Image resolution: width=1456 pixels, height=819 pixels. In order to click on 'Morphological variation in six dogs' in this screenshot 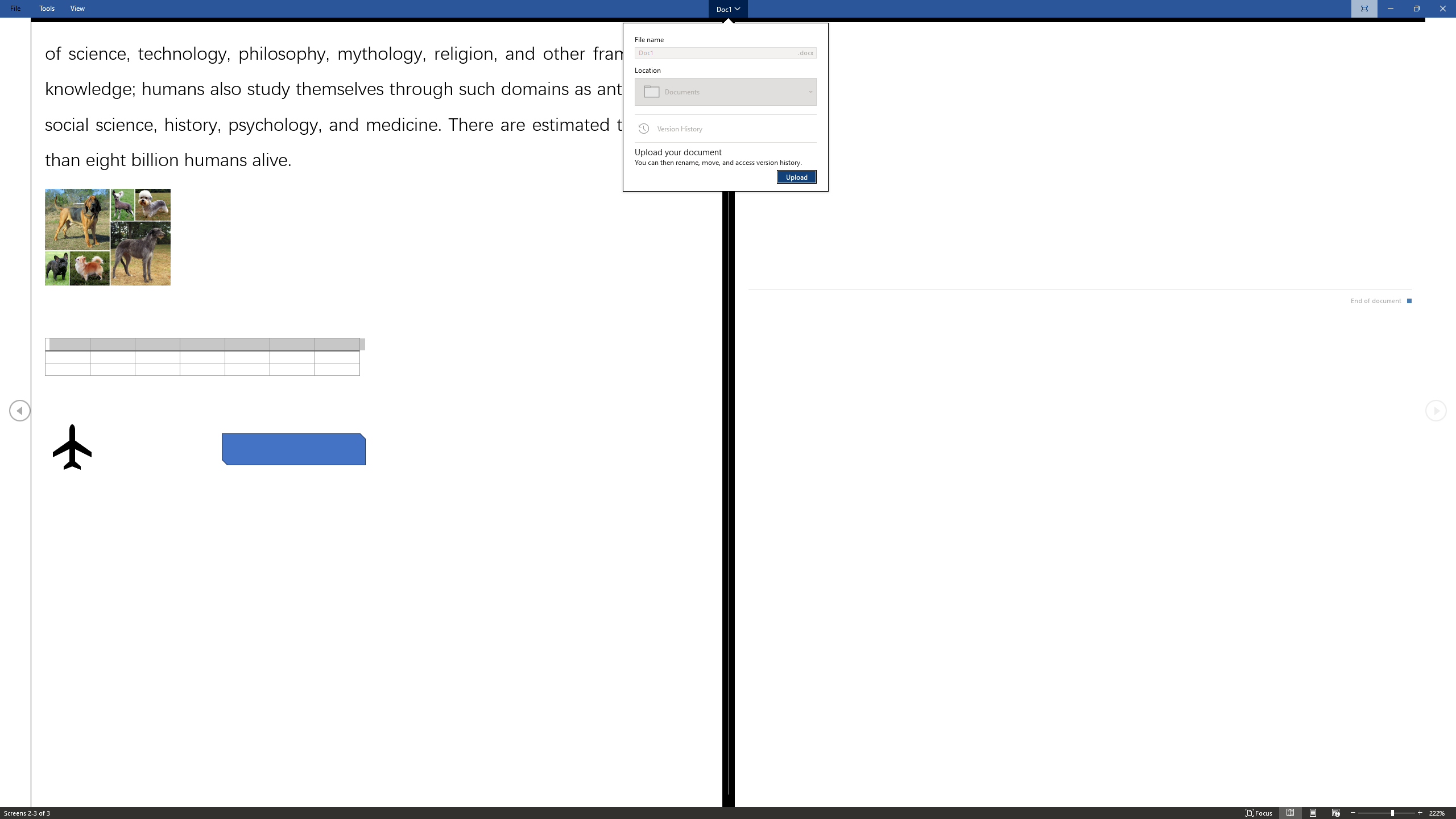, I will do `click(106, 237)`.